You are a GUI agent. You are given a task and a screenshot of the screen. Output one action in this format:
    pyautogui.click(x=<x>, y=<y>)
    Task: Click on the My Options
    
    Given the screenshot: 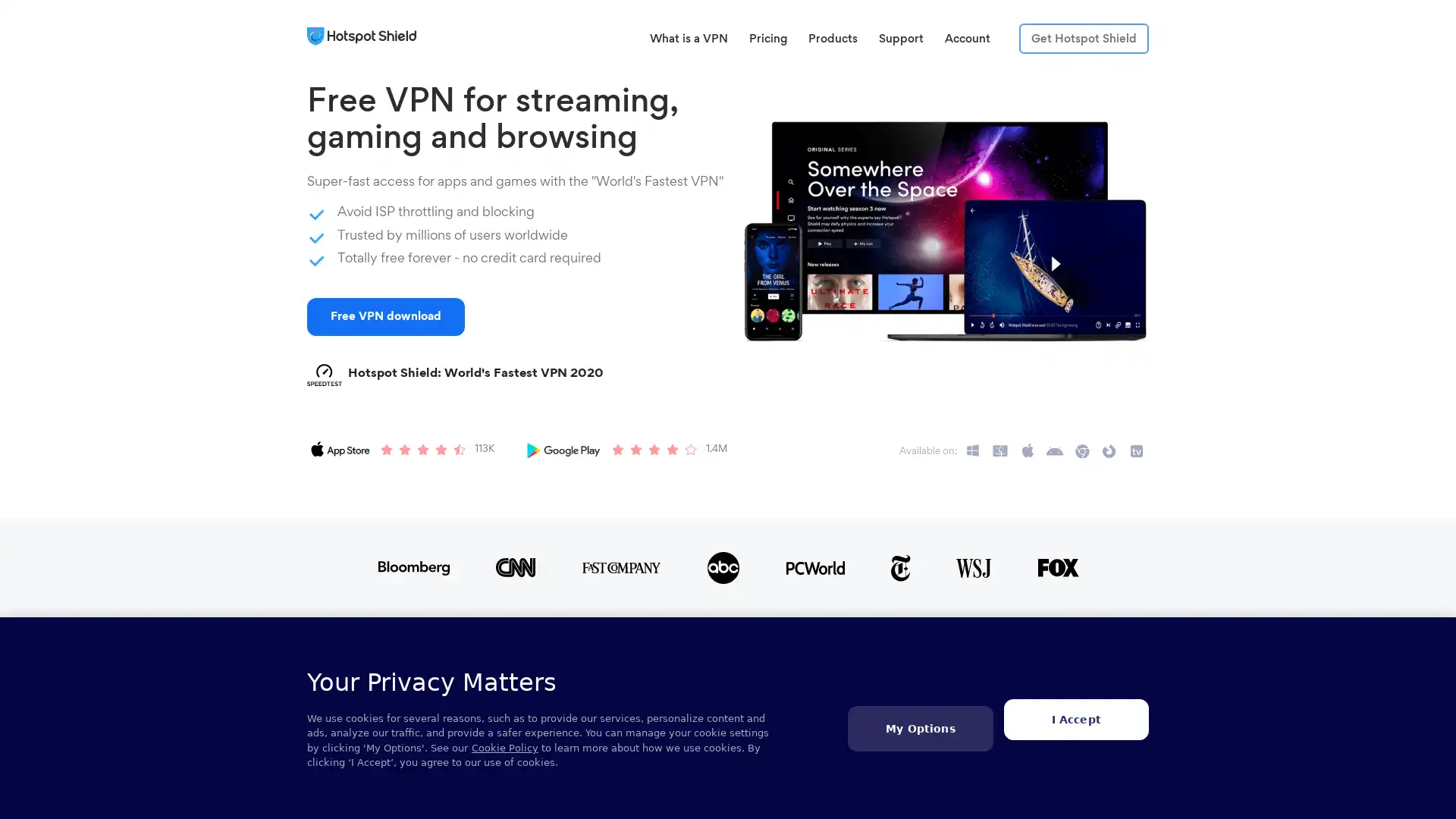 What is the action you would take?
    pyautogui.click(x=919, y=727)
    